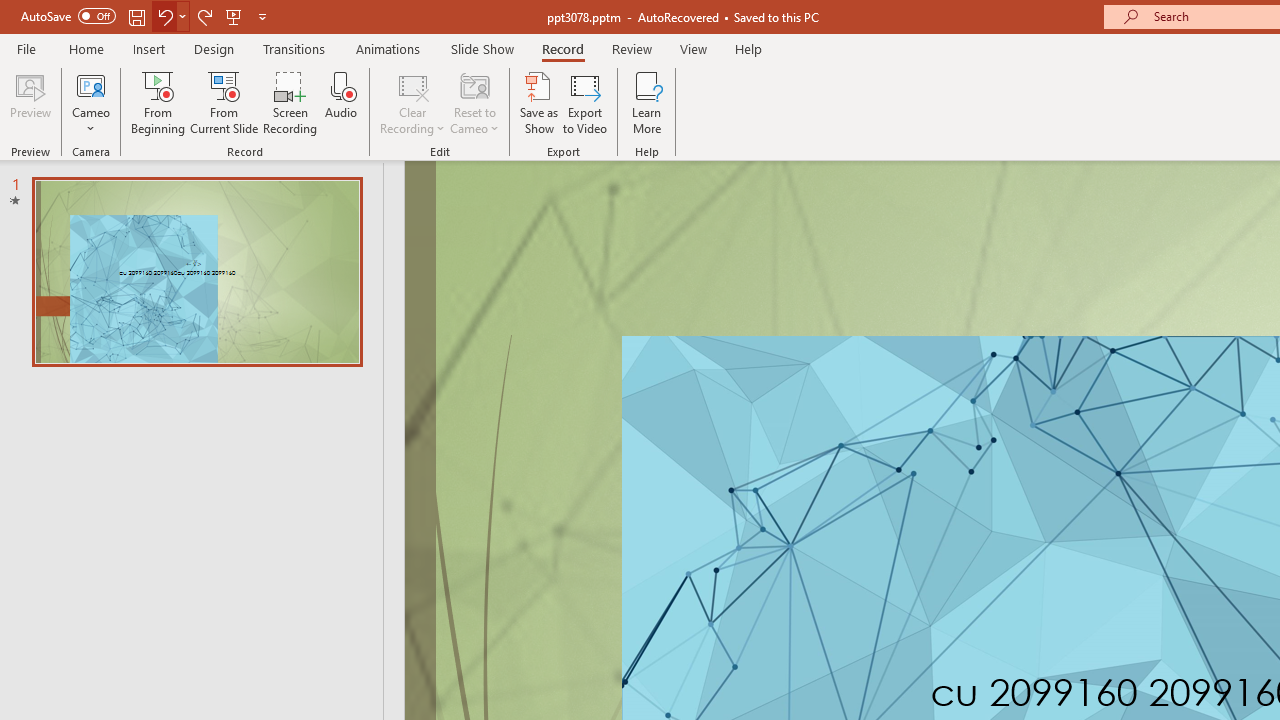 This screenshot has width=1280, height=720. I want to click on 'From Current Slide...', so click(224, 103).